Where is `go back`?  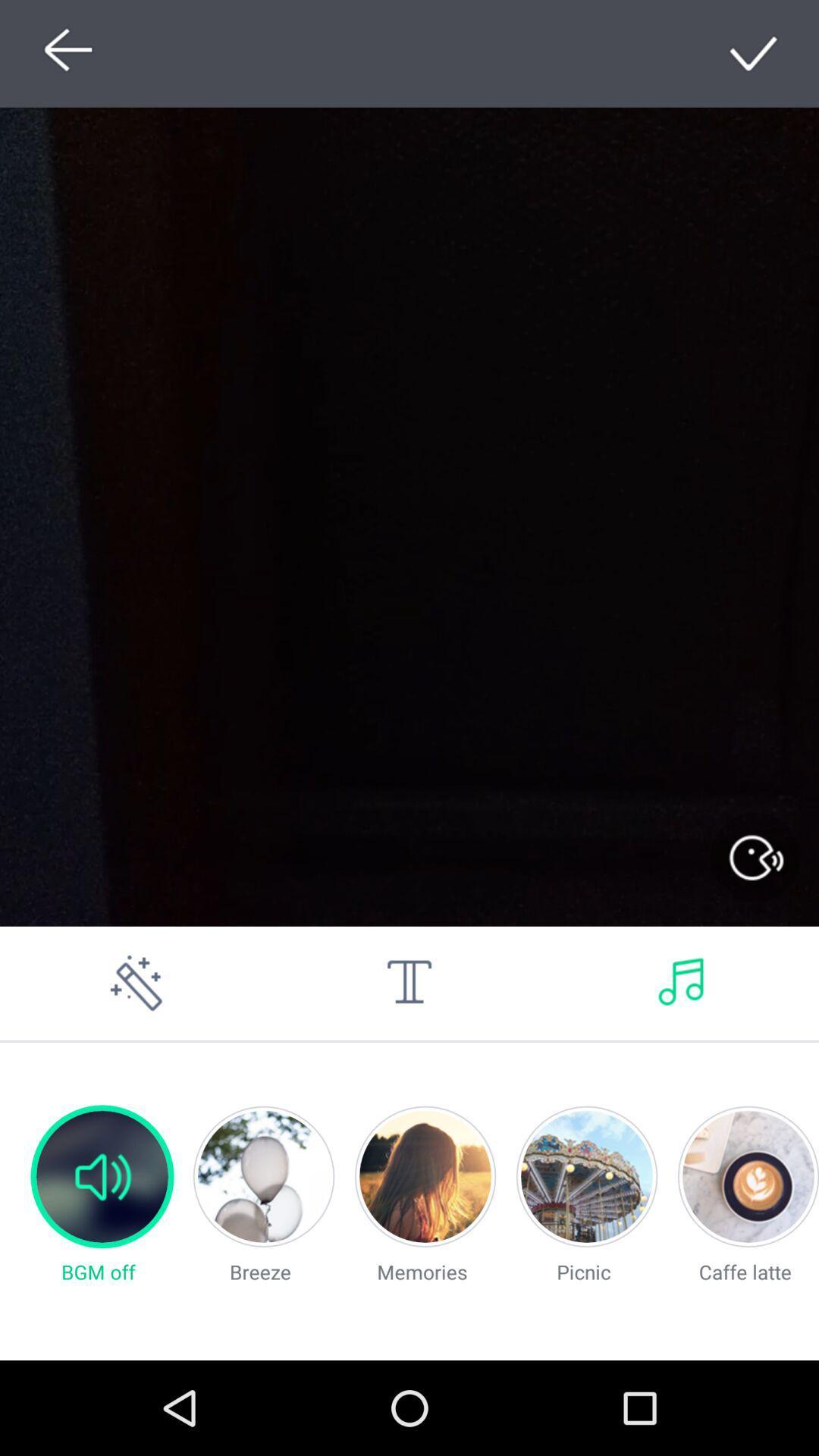 go back is located at coordinates (63, 53).